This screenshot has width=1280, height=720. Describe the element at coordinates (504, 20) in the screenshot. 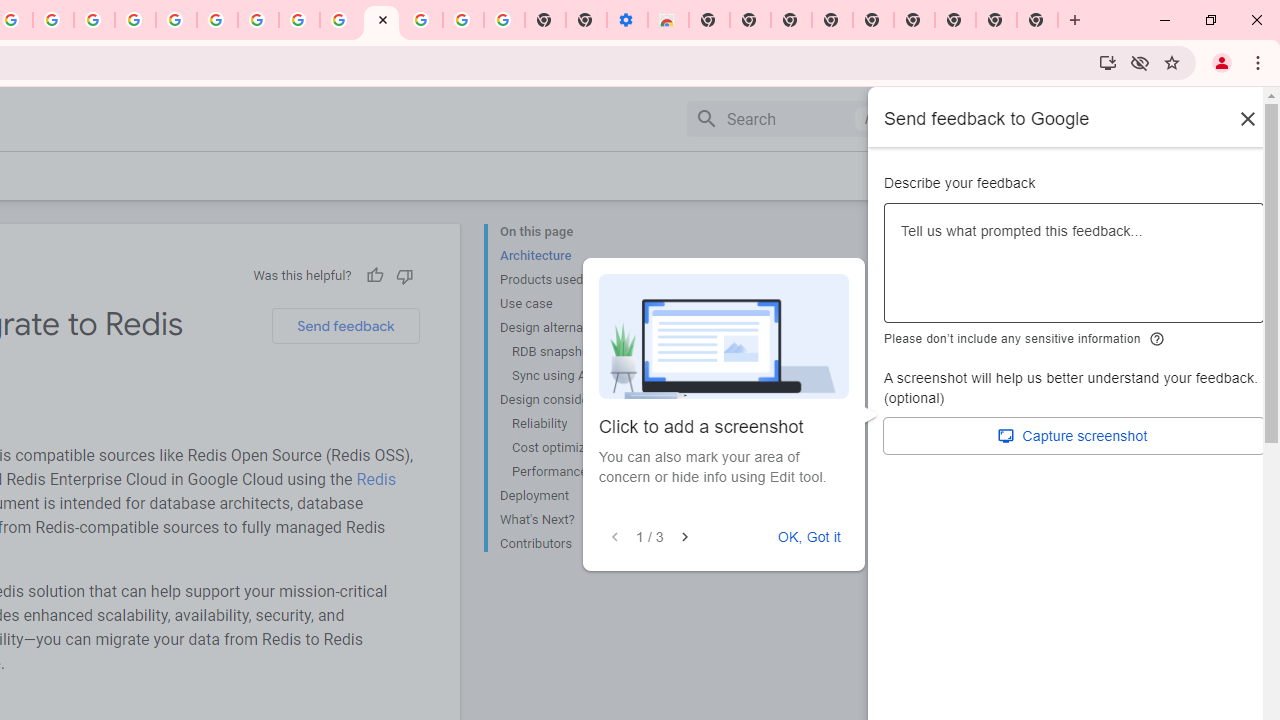

I see `'Turn cookies on or off - Computer - Google Account Help'` at that location.